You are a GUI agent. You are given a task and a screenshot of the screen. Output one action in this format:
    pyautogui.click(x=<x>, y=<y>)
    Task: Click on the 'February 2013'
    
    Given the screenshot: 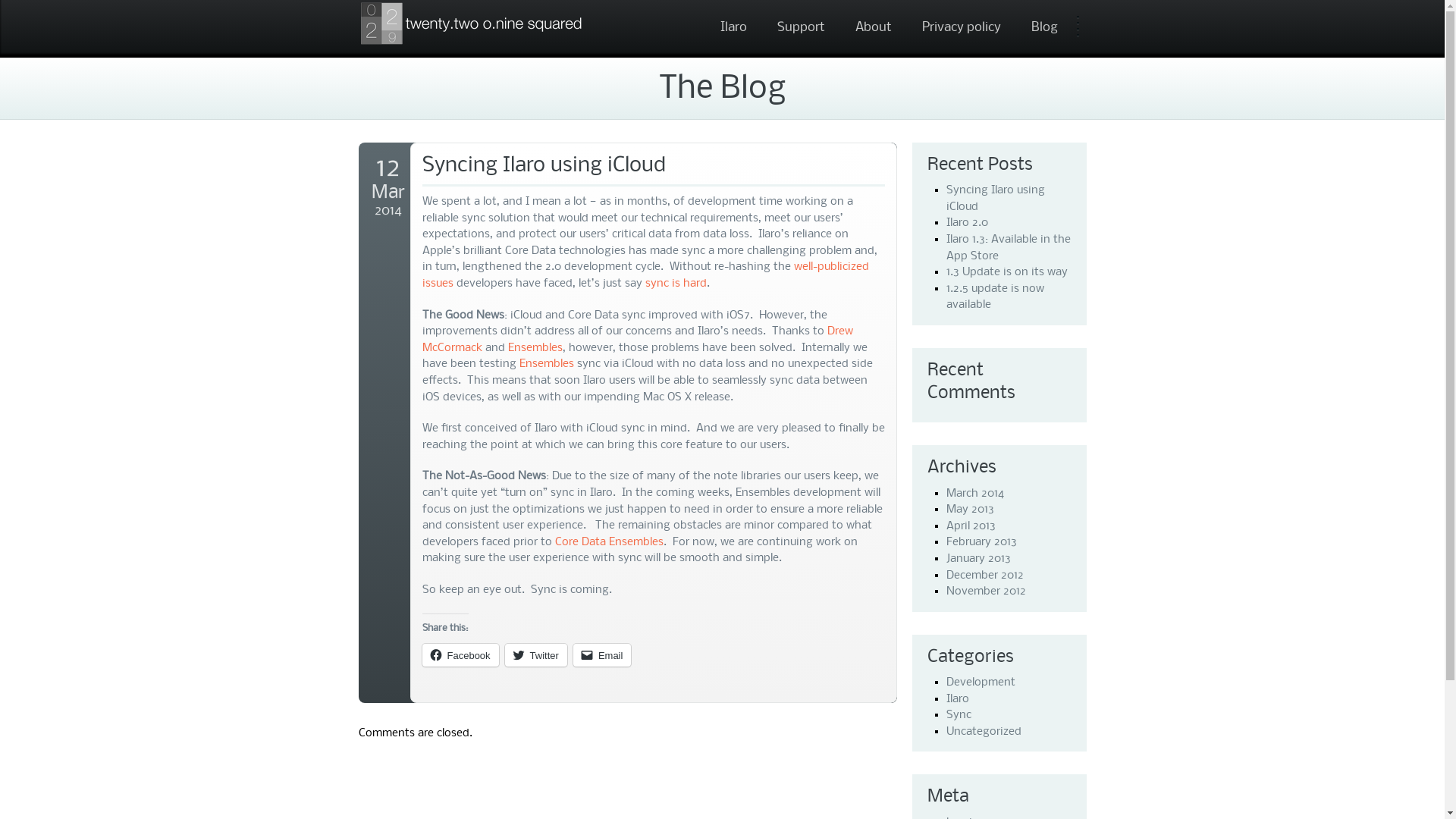 What is the action you would take?
    pyautogui.click(x=981, y=541)
    